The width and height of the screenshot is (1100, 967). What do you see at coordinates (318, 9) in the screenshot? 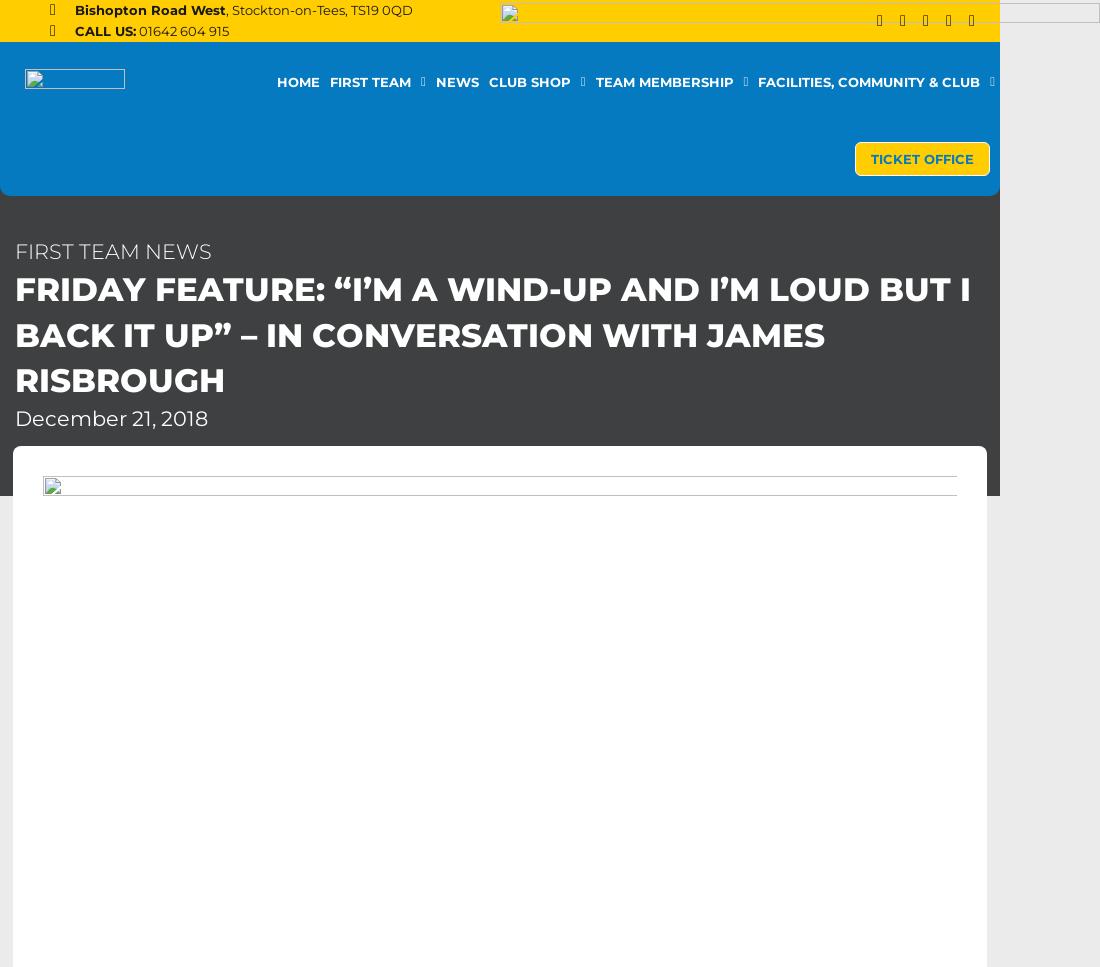
I see `', Stockton-on-Tees, TS19 0QD'` at bounding box center [318, 9].